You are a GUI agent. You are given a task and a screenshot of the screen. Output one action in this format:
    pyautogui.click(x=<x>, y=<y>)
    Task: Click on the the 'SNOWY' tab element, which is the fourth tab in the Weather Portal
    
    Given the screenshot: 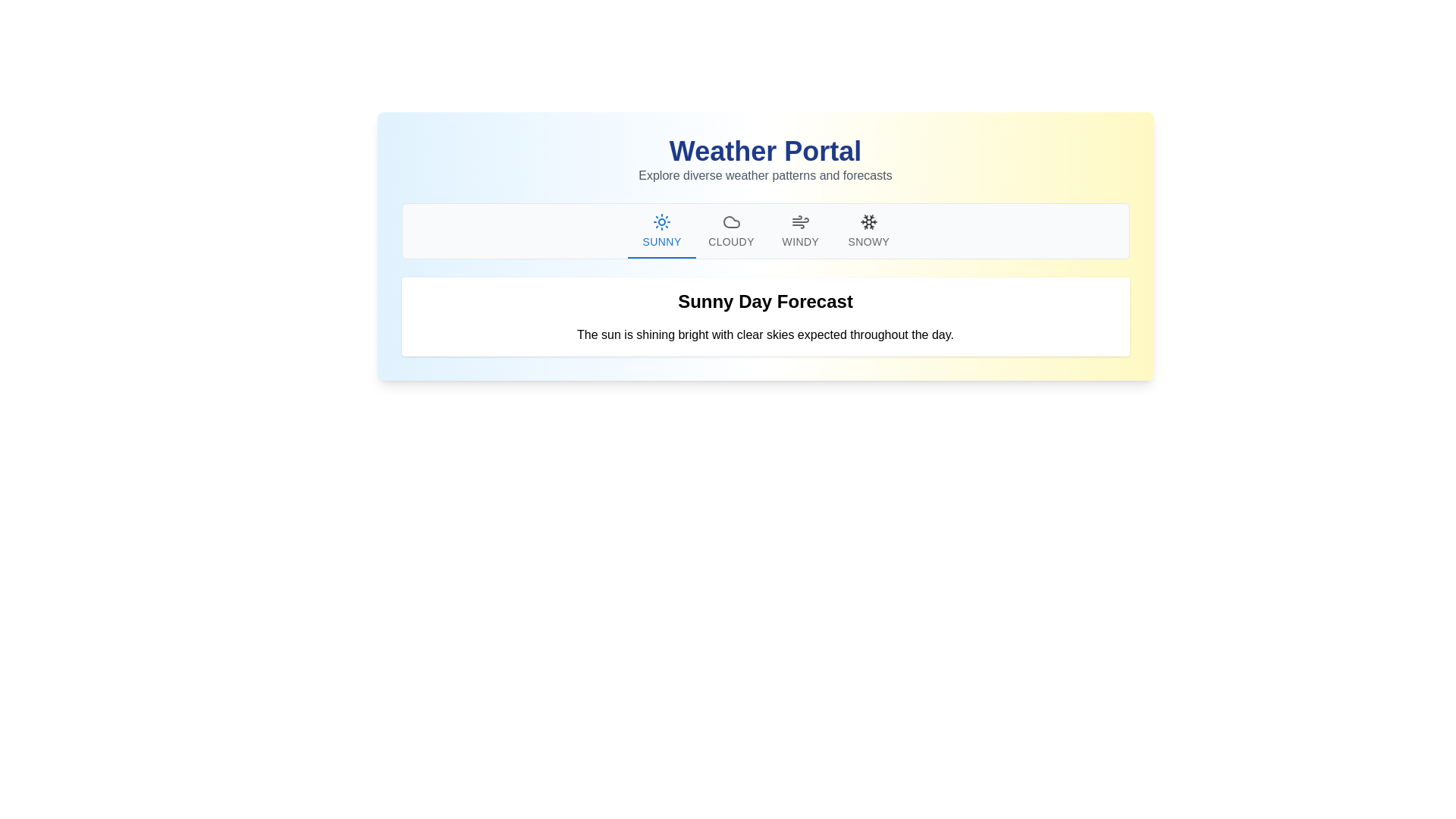 What is the action you would take?
    pyautogui.click(x=868, y=231)
    